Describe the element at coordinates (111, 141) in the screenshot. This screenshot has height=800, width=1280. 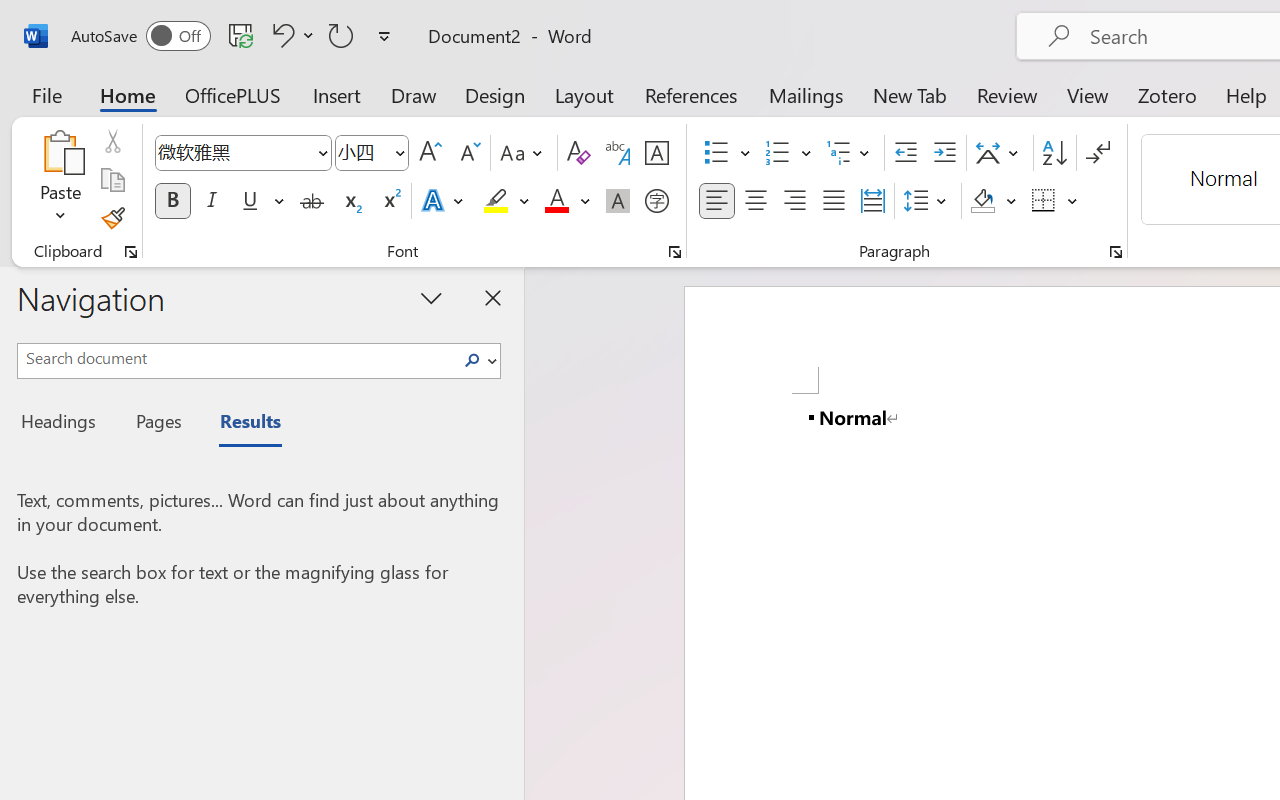
I see `'Cut'` at that location.